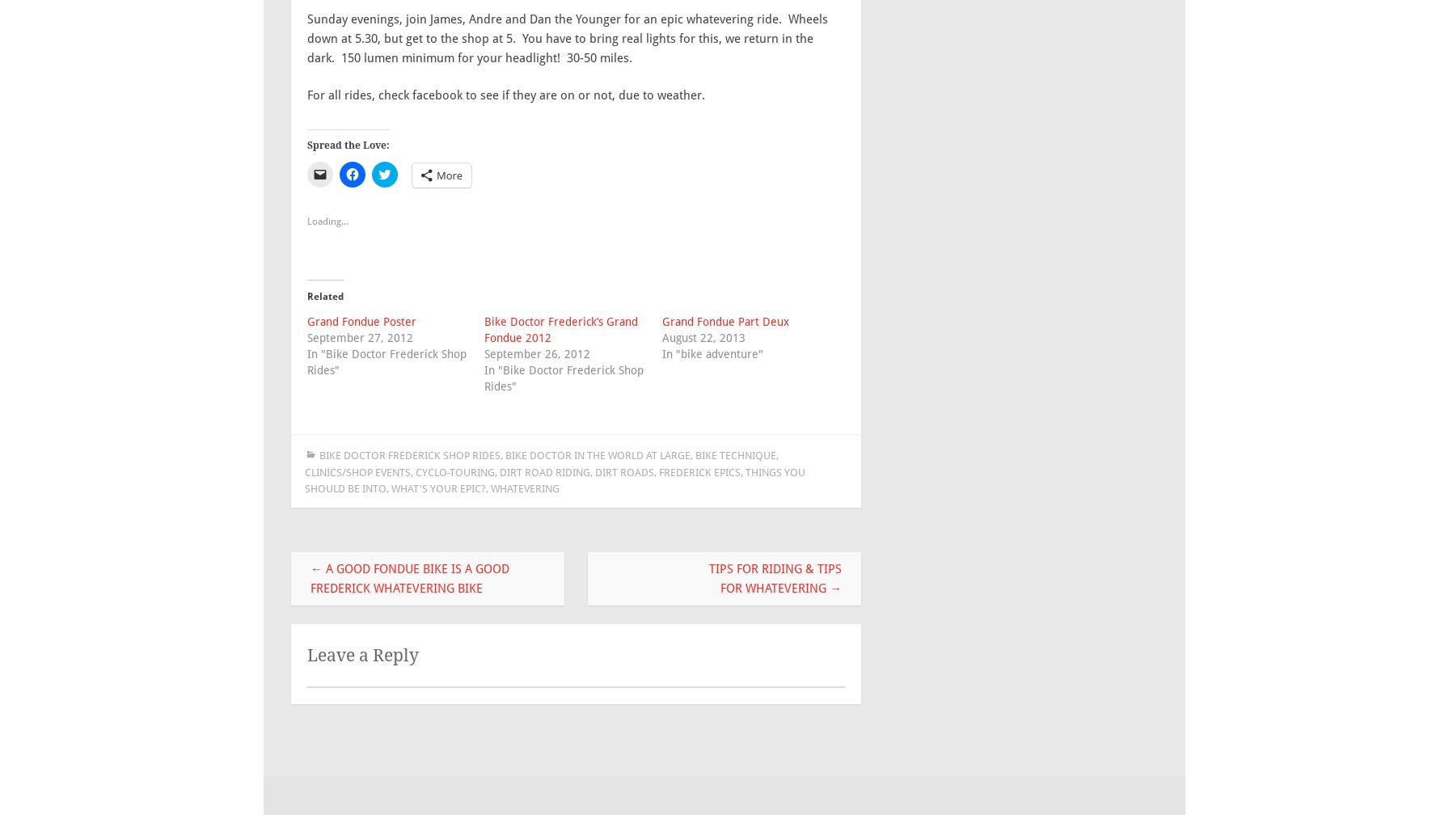 The width and height of the screenshot is (1449, 840). I want to click on 'what's your epic?', so click(437, 488).